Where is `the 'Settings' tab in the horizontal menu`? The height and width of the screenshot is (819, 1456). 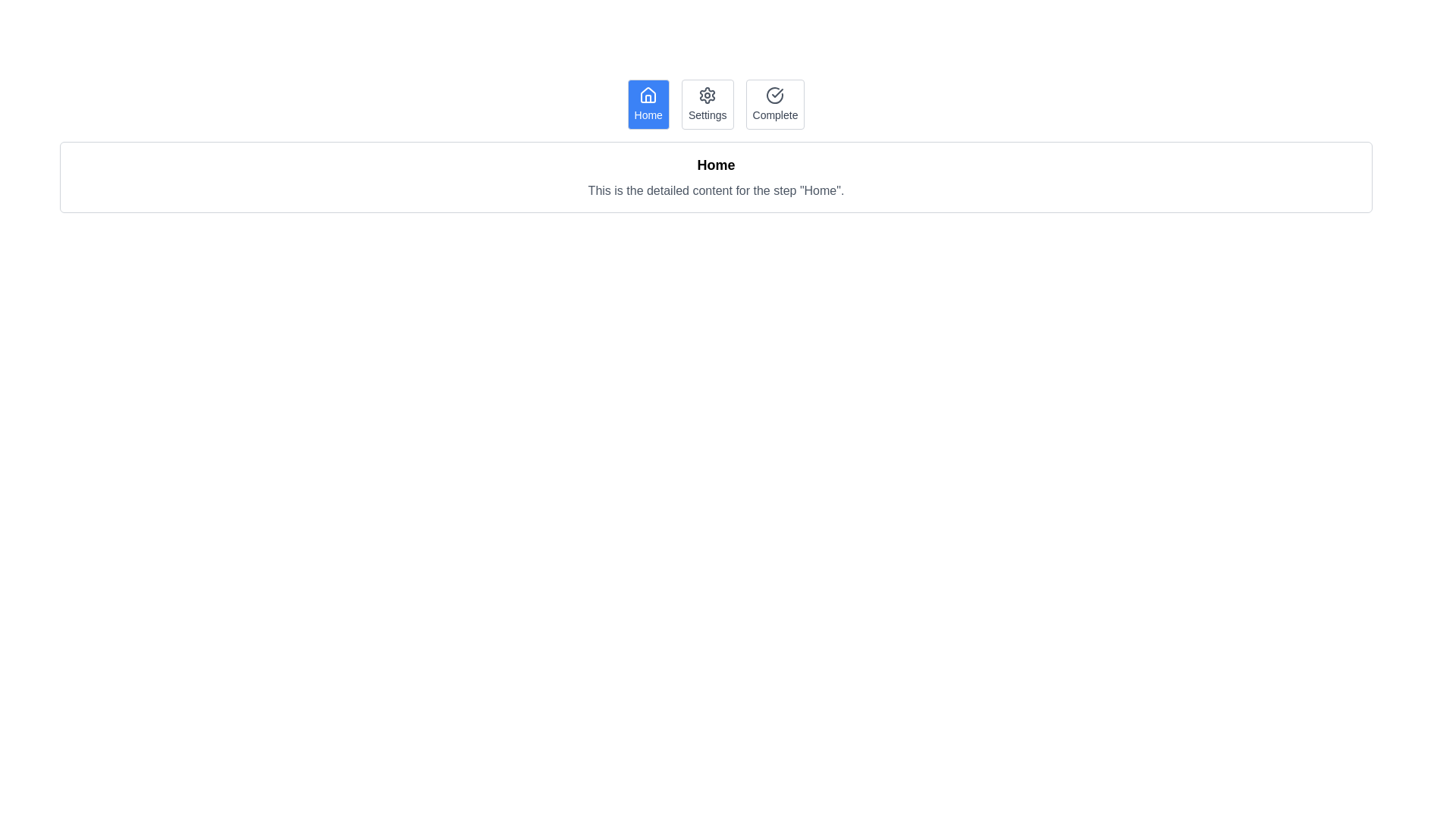 the 'Settings' tab in the horizontal menu is located at coordinates (715, 104).